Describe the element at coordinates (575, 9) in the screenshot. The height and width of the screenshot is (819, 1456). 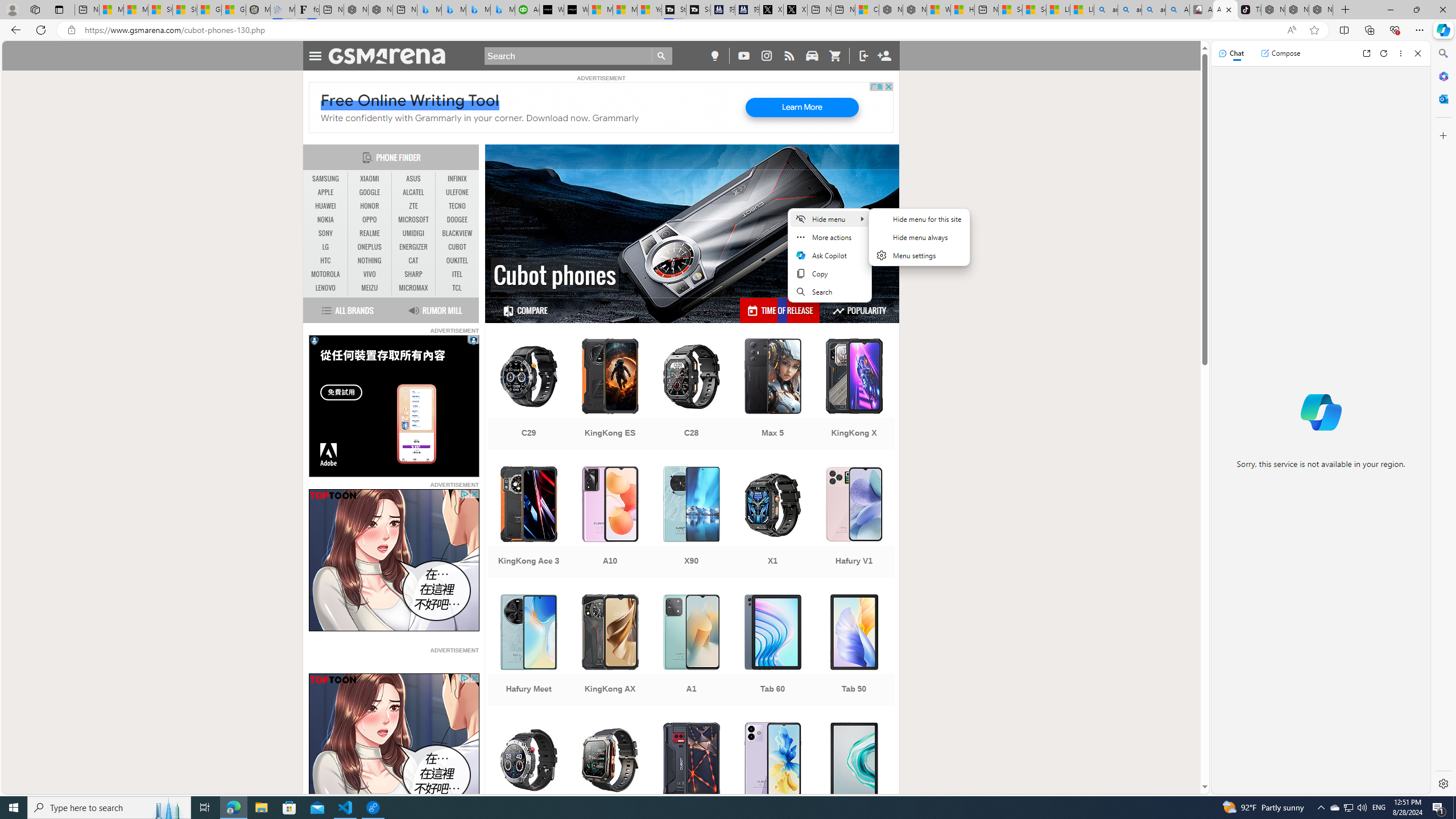
I see `'What'` at that location.